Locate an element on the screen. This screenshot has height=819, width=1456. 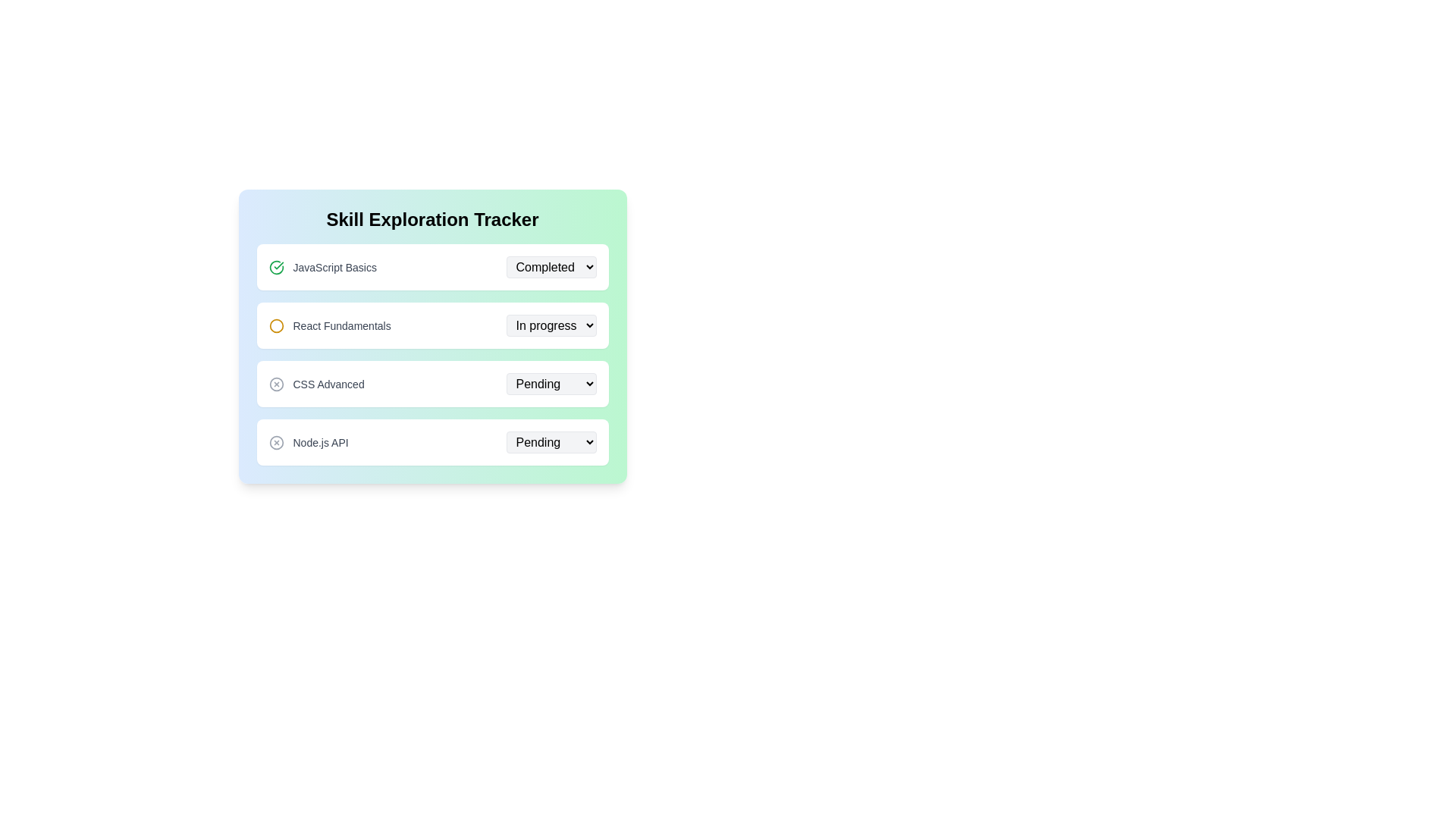
the green circular 'circle-check' icon that represents the 'JavaScript Basics' skill, located to the left of the skill name in the first row is located at coordinates (276, 266).